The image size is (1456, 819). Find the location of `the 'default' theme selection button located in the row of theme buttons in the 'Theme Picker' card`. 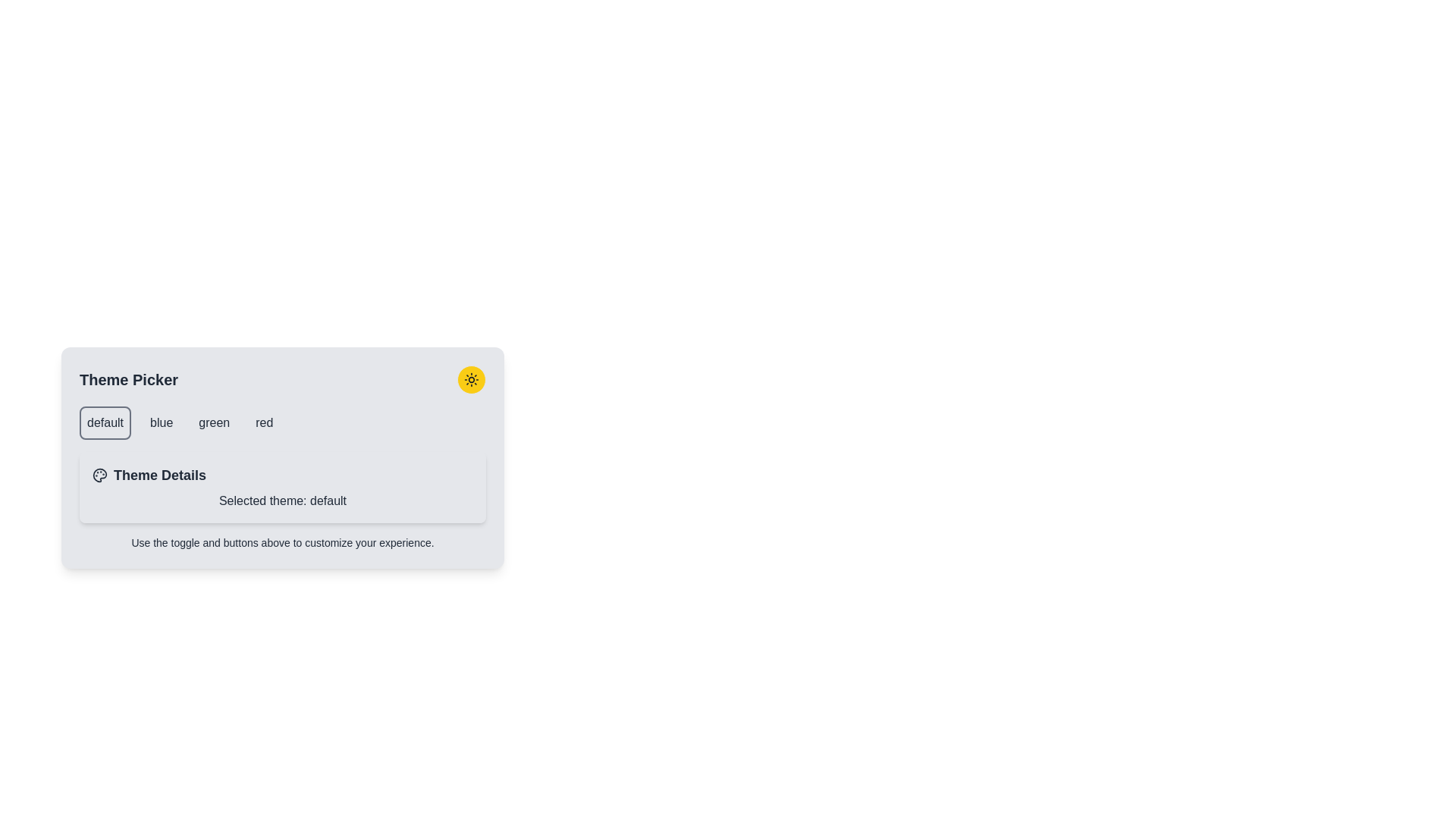

the 'default' theme selection button located in the row of theme buttons in the 'Theme Picker' card is located at coordinates (105, 423).